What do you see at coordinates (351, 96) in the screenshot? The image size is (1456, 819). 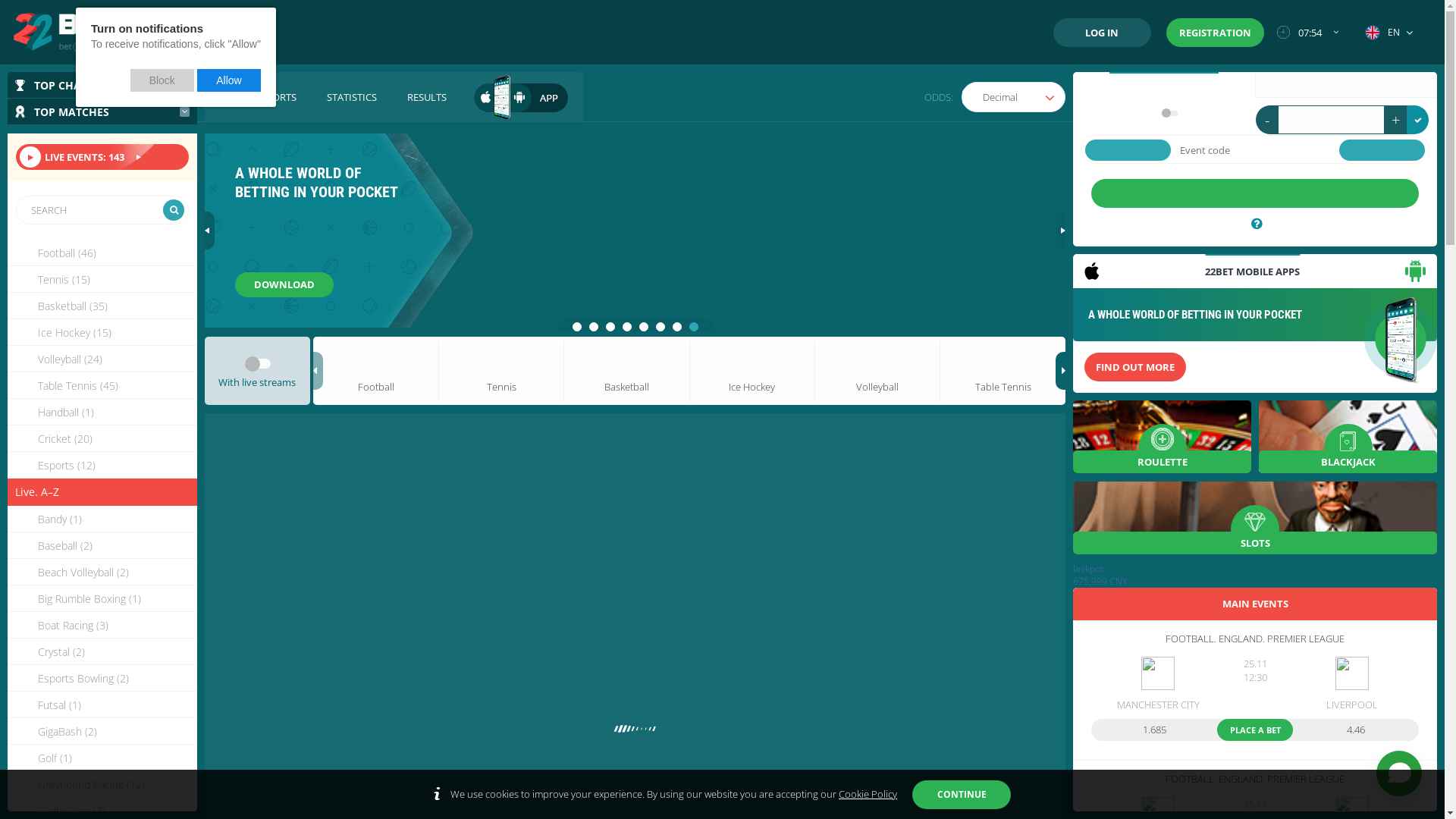 I see `'STATISTICS'` at bounding box center [351, 96].